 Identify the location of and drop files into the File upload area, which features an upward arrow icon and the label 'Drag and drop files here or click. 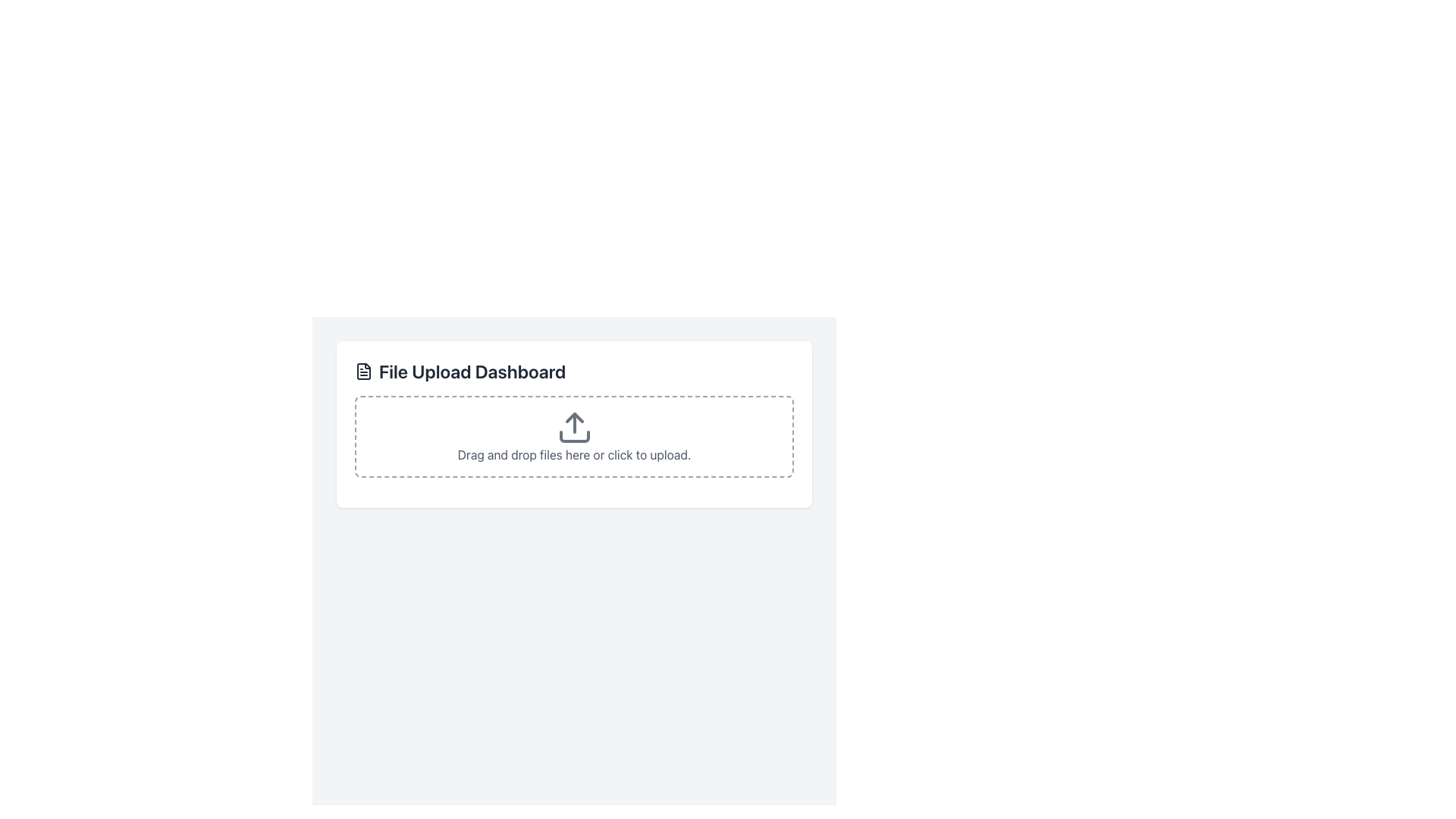
(573, 436).